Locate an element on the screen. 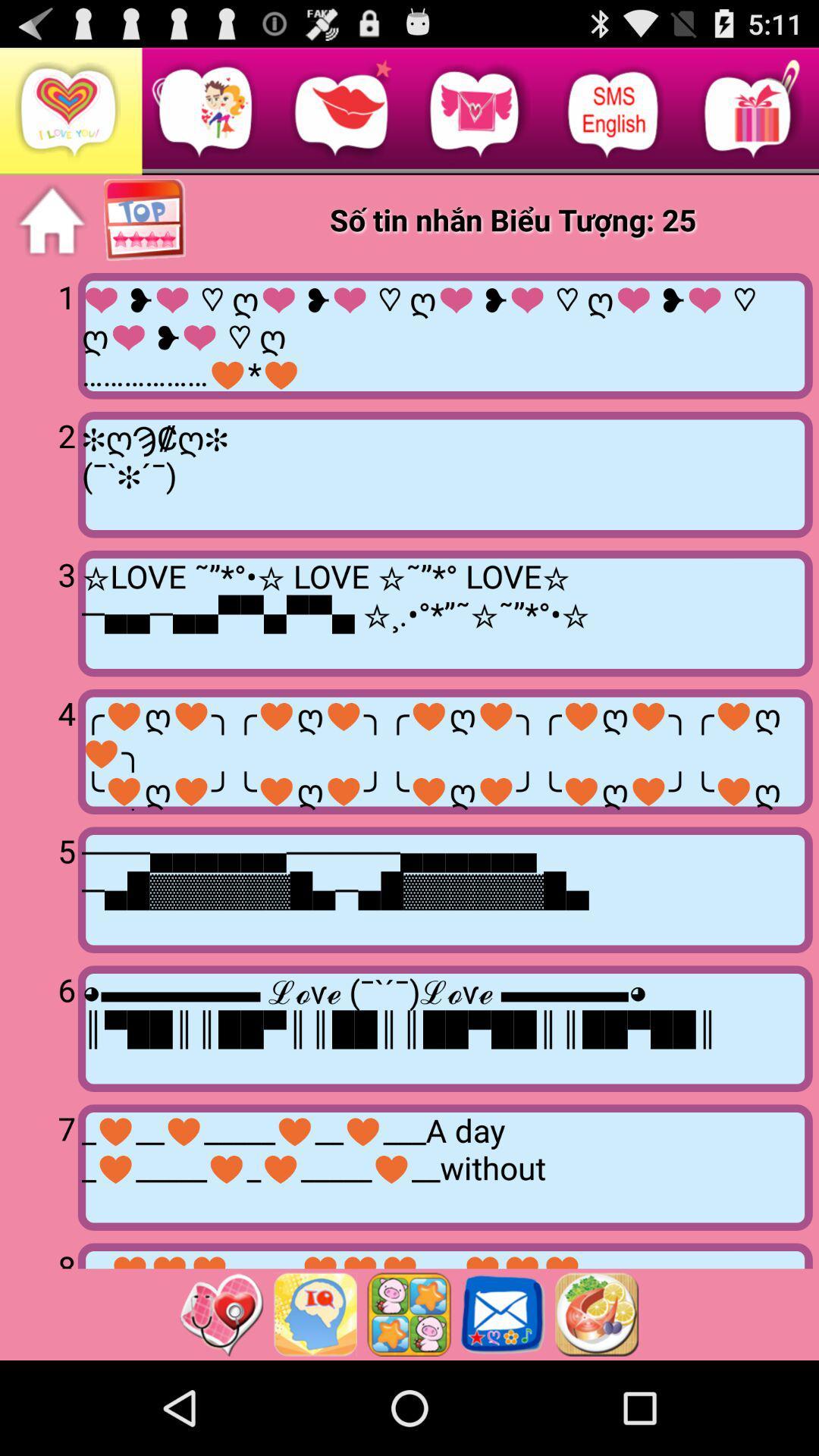  the 2 is located at coordinates (41, 472).